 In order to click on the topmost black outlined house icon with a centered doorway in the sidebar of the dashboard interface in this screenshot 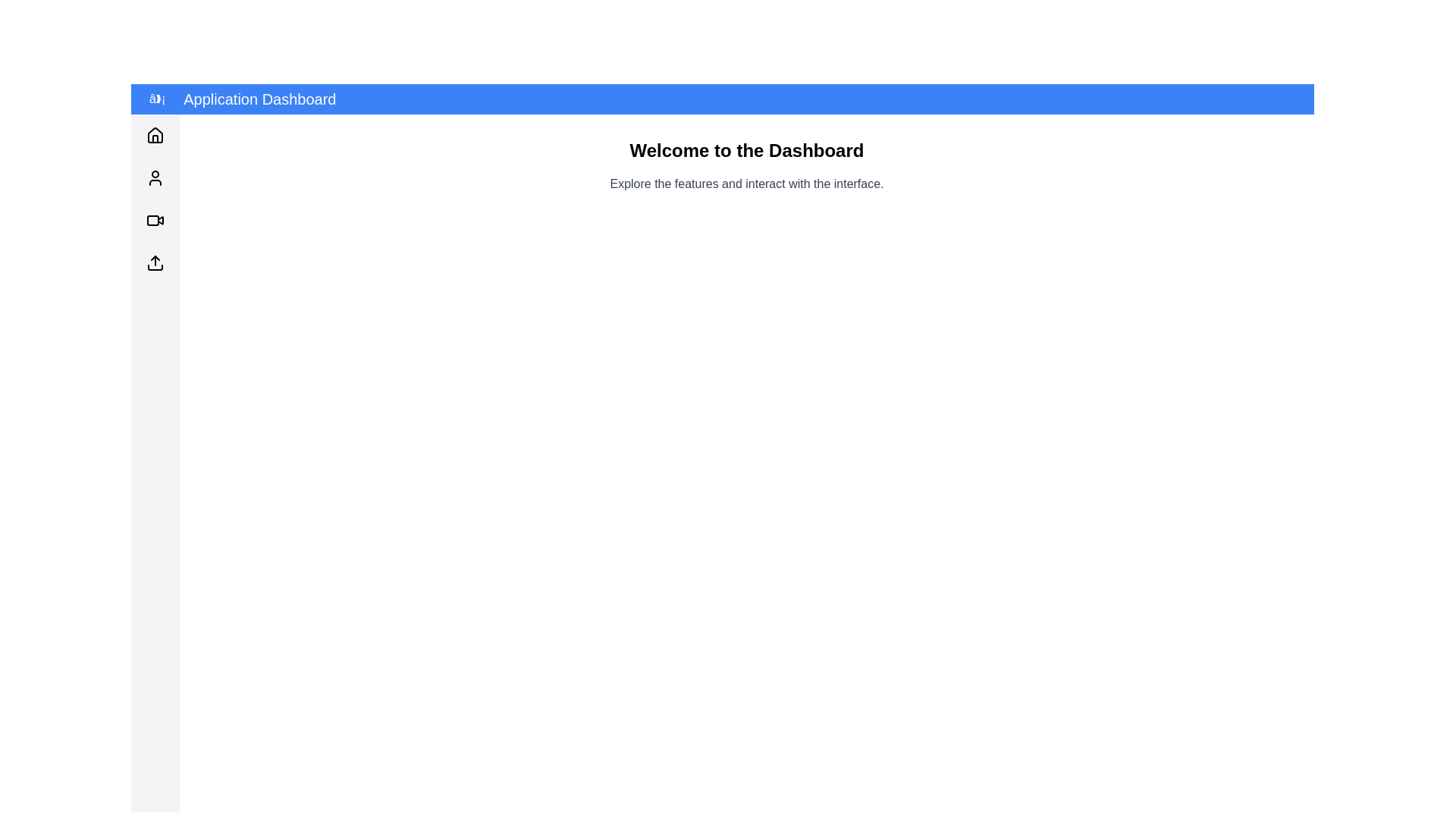, I will do `click(155, 134)`.